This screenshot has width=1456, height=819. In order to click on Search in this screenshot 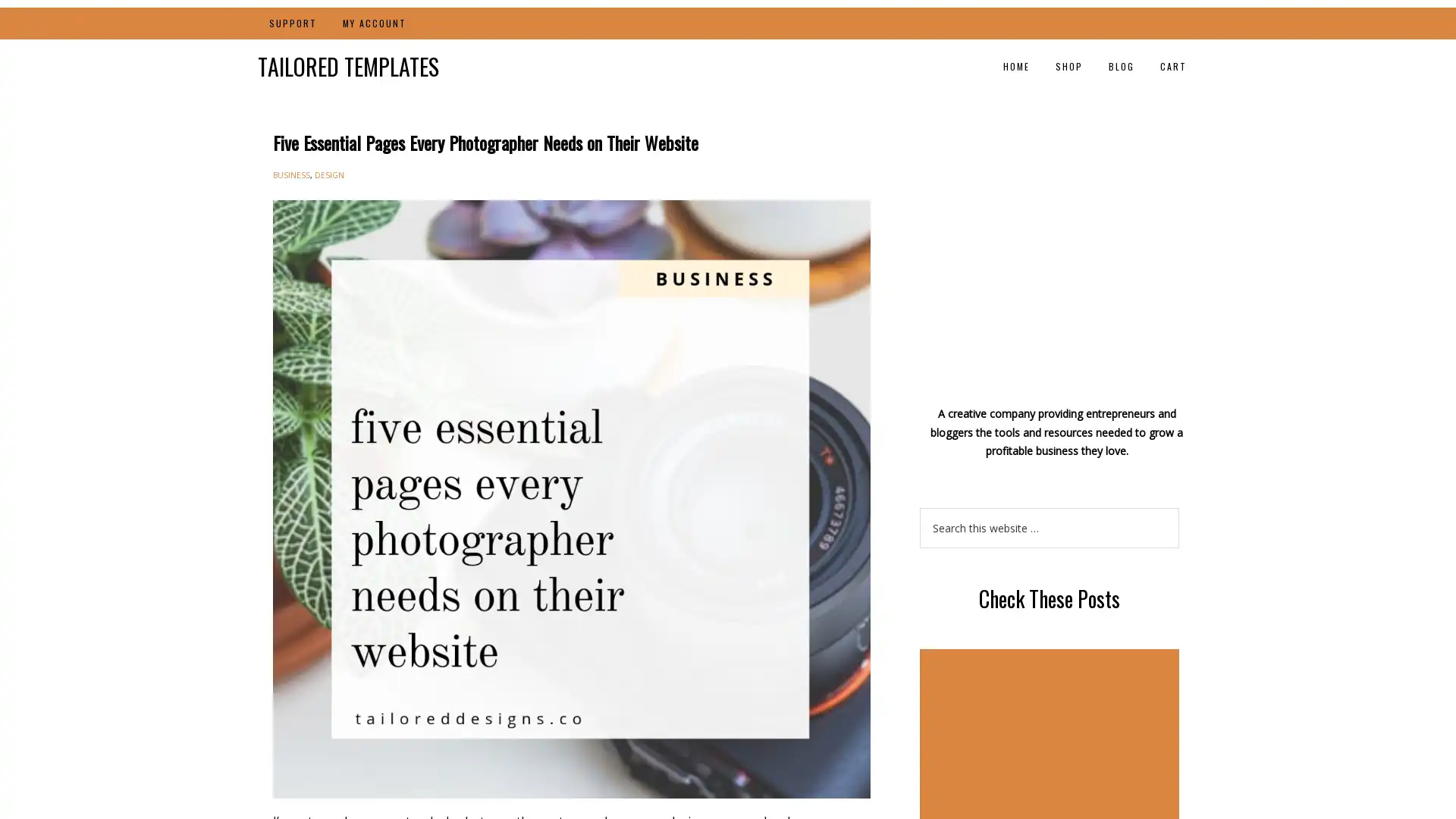, I will do `click(1178, 507)`.